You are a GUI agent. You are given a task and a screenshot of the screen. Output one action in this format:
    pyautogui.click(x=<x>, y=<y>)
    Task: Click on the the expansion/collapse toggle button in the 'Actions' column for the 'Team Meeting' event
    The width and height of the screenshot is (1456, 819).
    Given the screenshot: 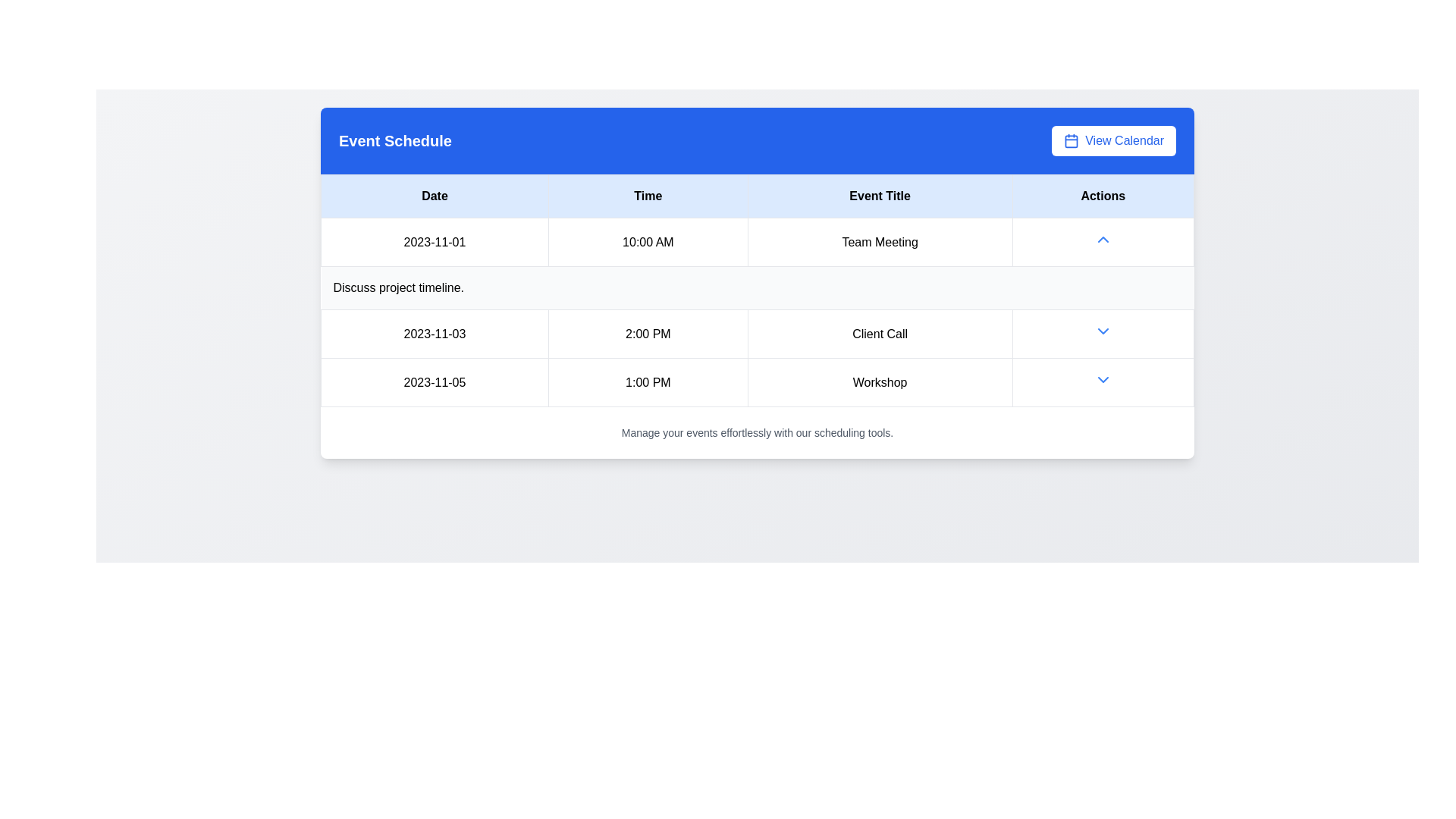 What is the action you would take?
    pyautogui.click(x=1103, y=239)
    